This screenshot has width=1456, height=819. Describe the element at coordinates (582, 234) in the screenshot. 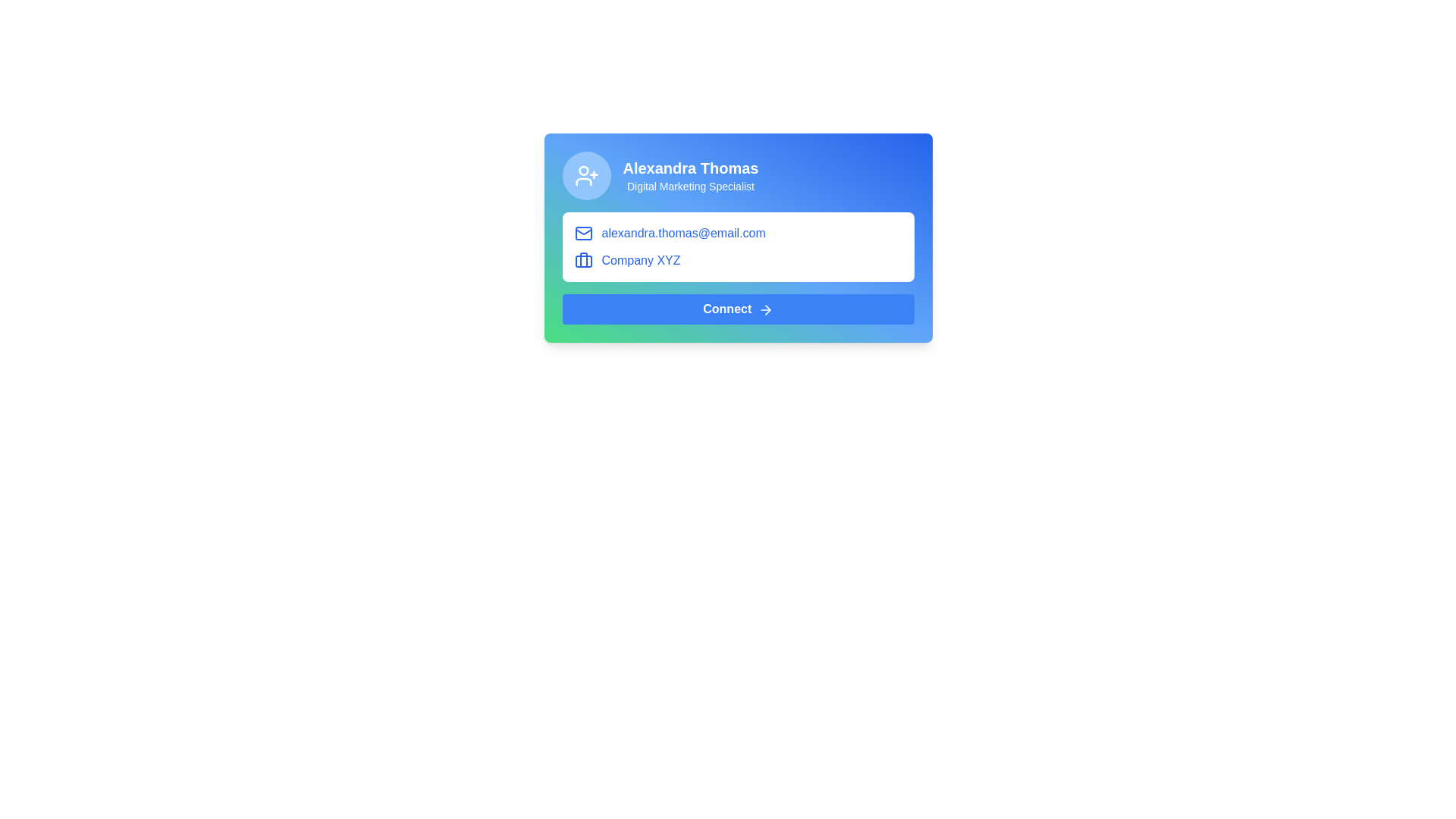

I see `the icon to the left of the email address field 'alexandra.thomas@email.com', which serves as a visual indicator for the email input` at that location.